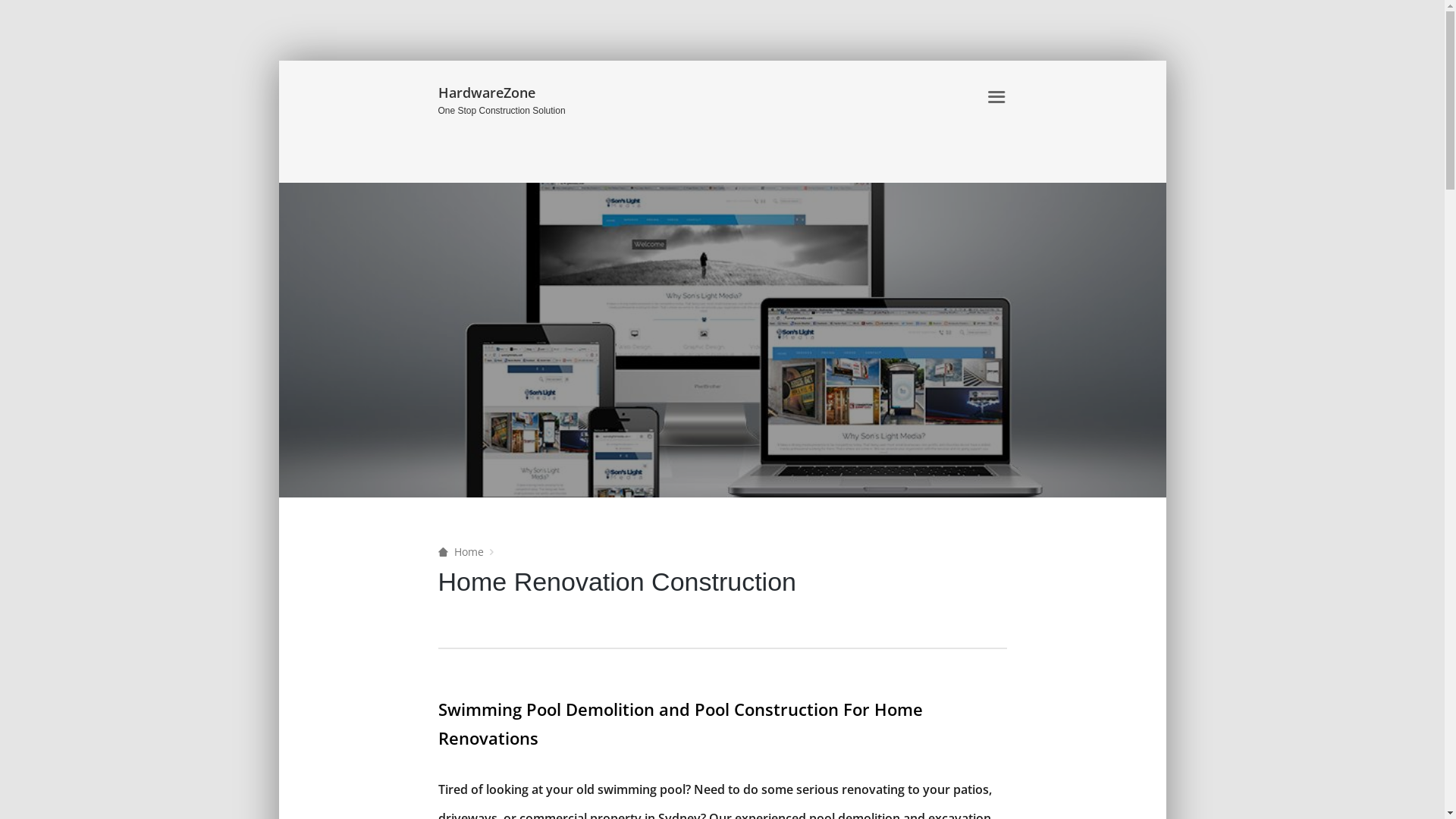  Describe the element at coordinates (527, 93) in the screenshot. I see `'HardwareZone'` at that location.